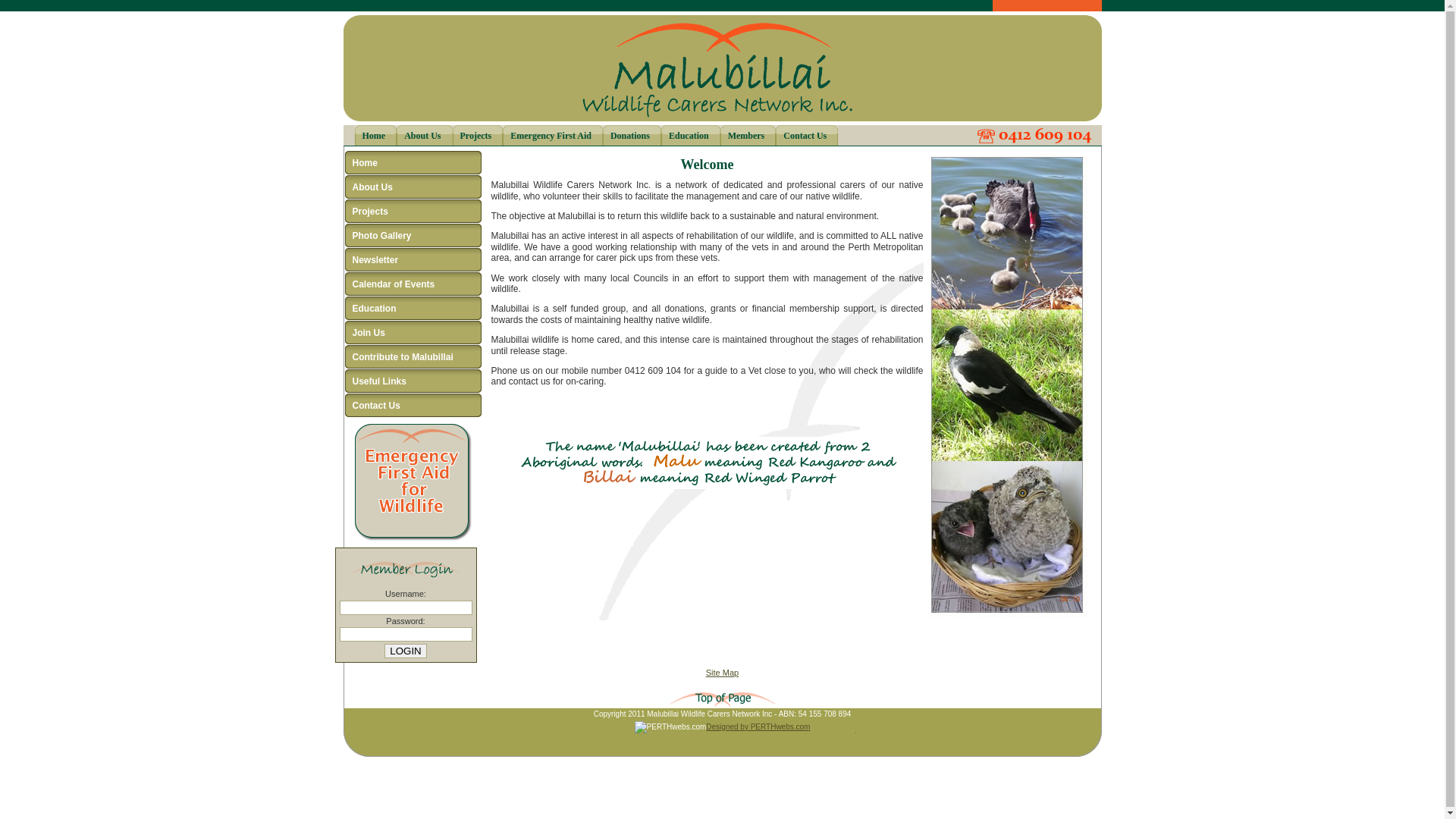  I want to click on 'Education', so click(344, 308).